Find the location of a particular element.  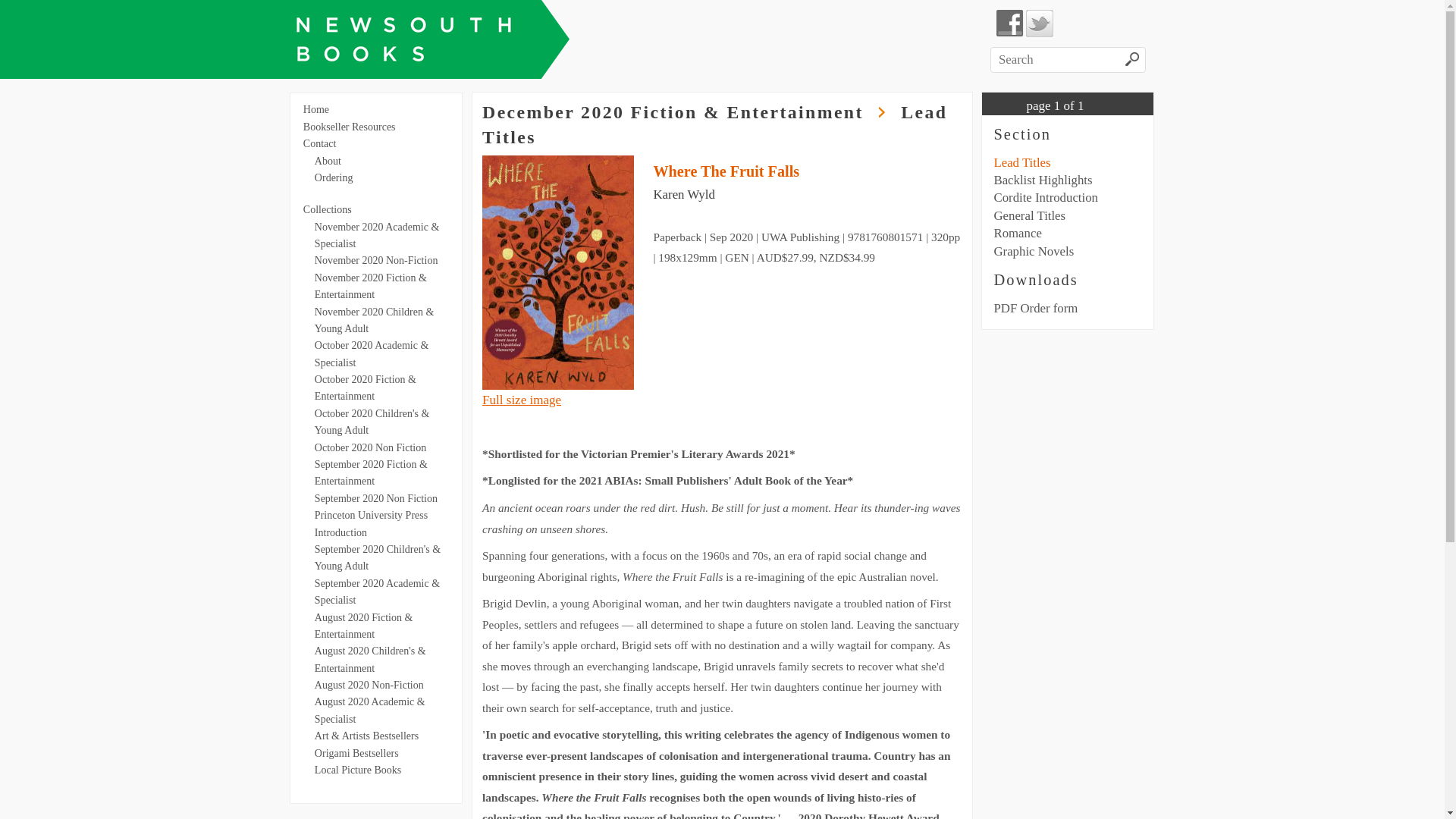

'Ordering' is located at coordinates (333, 177).